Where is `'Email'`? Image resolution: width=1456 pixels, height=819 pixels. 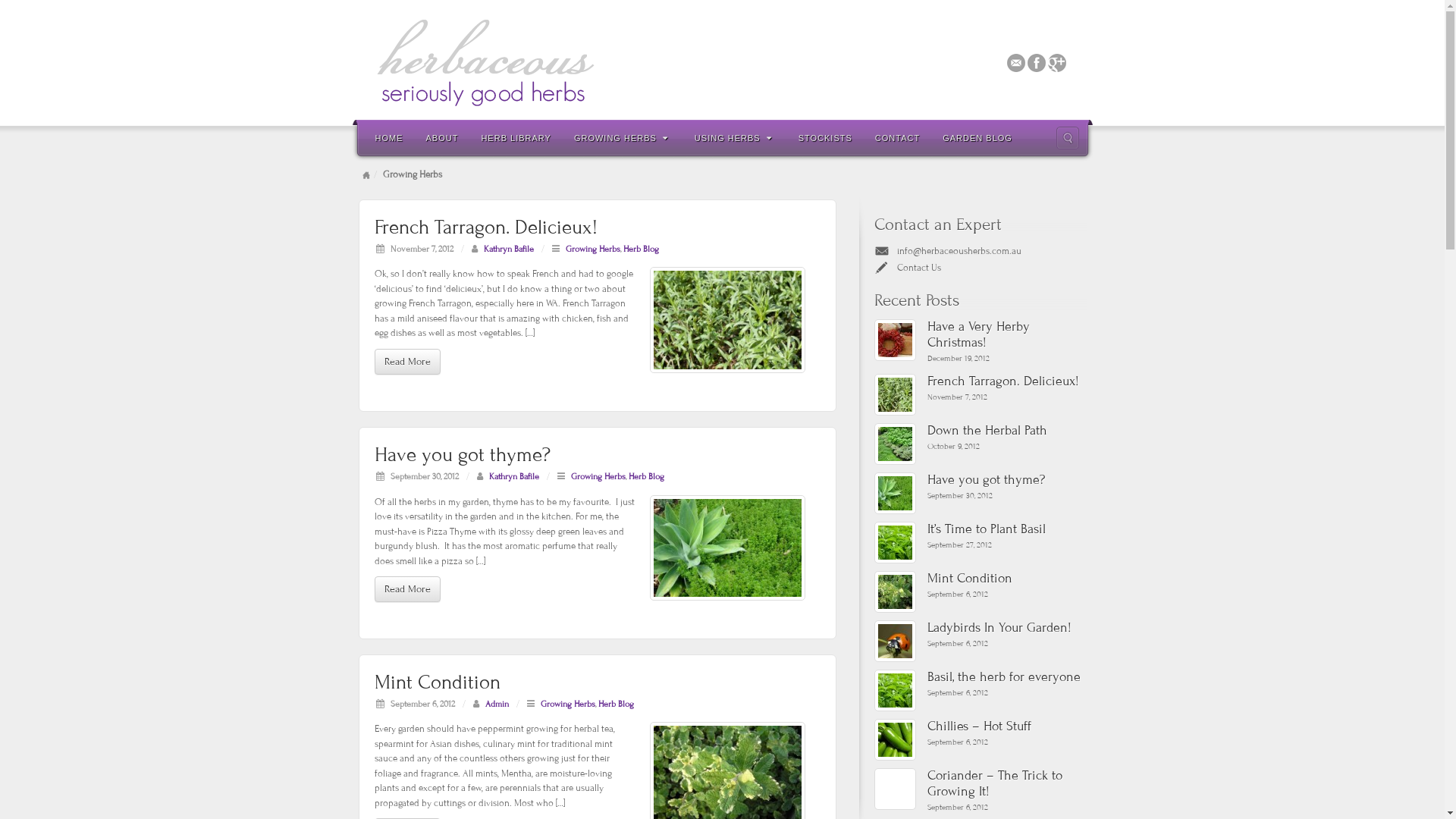
'Email' is located at coordinates (1016, 61).